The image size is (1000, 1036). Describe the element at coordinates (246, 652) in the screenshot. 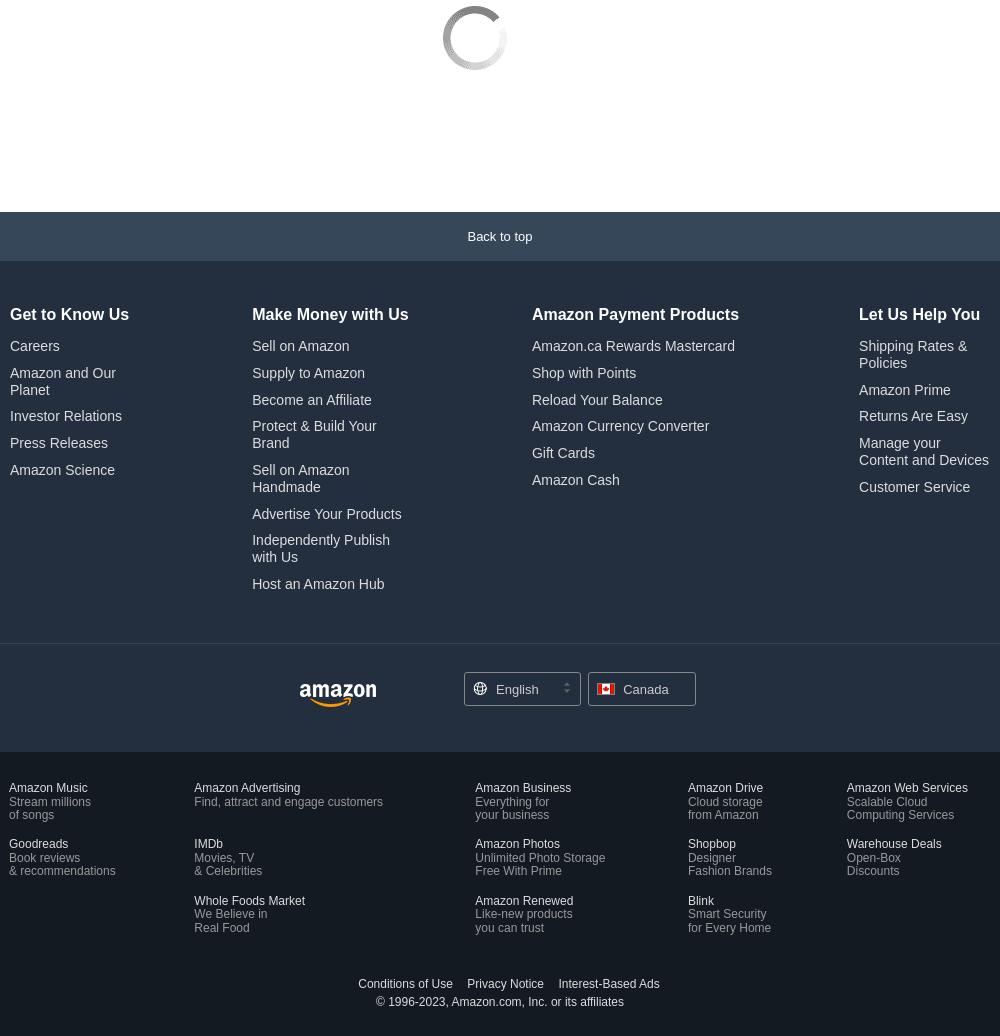

I see `'Amazon Advertising'` at that location.